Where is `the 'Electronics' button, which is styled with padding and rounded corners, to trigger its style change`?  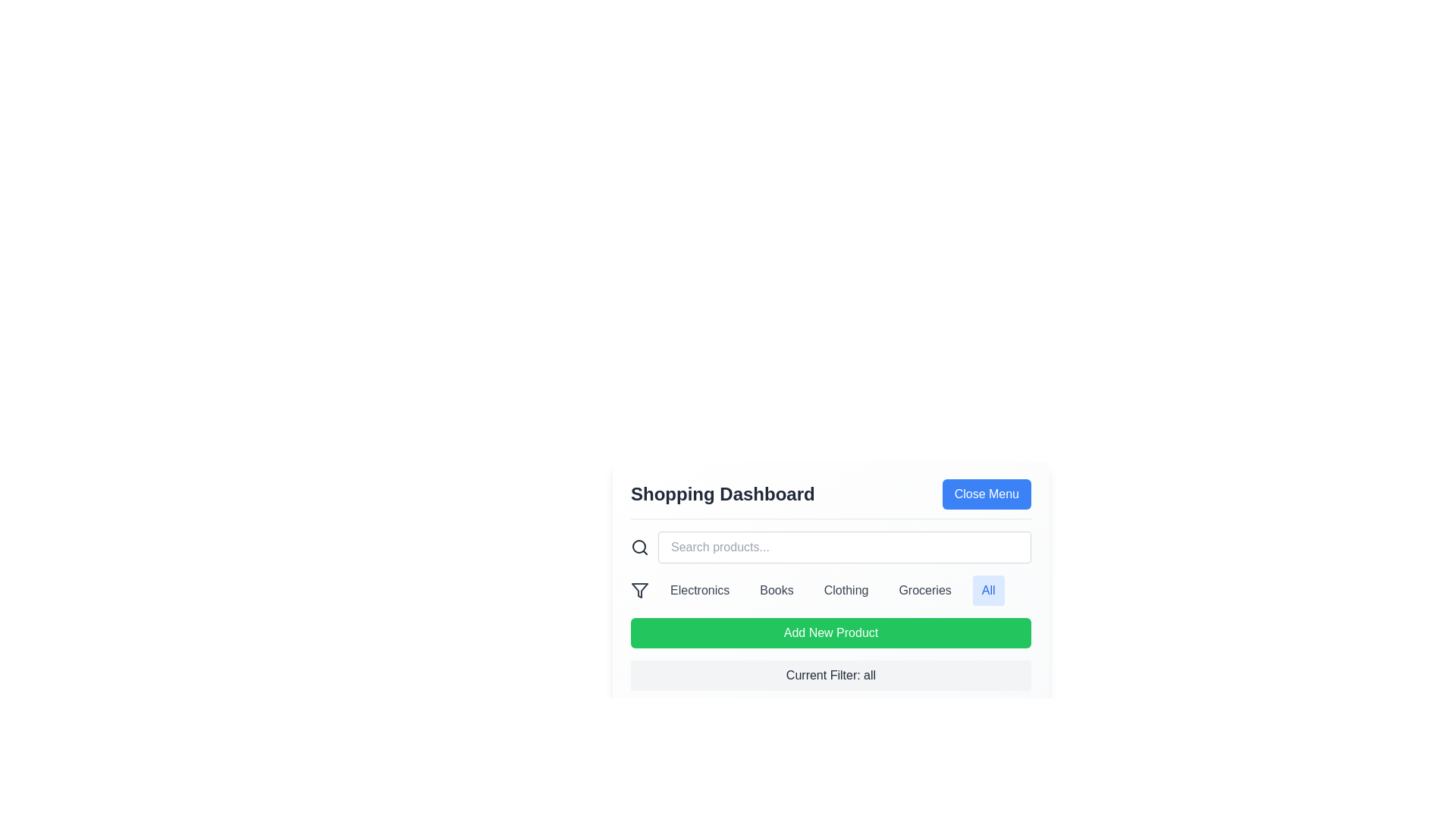
the 'Electronics' button, which is styled with padding and rounded corners, to trigger its style change is located at coordinates (699, 590).